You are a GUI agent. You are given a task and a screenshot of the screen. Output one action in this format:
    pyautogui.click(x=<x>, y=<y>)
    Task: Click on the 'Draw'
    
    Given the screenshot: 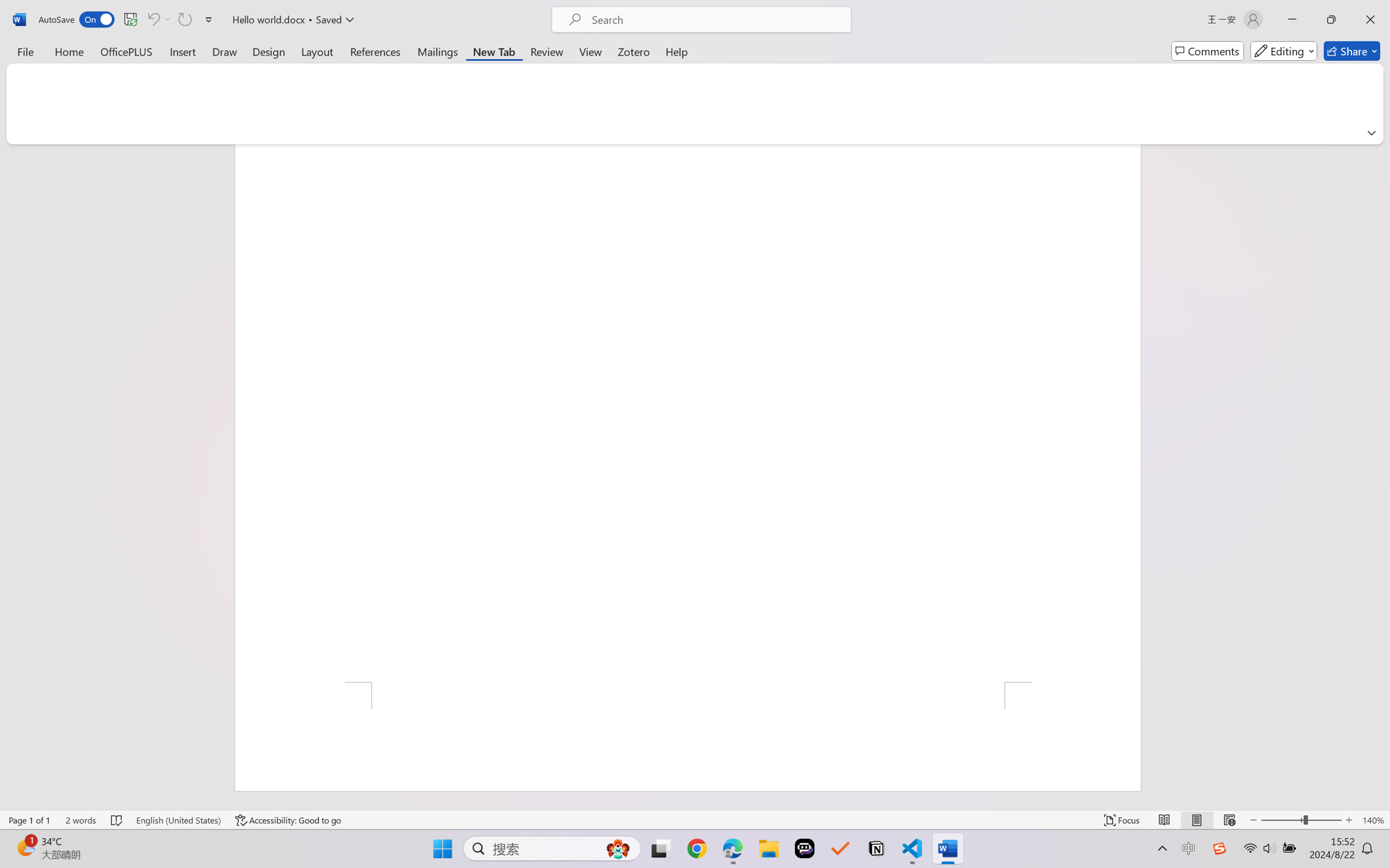 What is the action you would take?
    pyautogui.click(x=225, y=51)
    